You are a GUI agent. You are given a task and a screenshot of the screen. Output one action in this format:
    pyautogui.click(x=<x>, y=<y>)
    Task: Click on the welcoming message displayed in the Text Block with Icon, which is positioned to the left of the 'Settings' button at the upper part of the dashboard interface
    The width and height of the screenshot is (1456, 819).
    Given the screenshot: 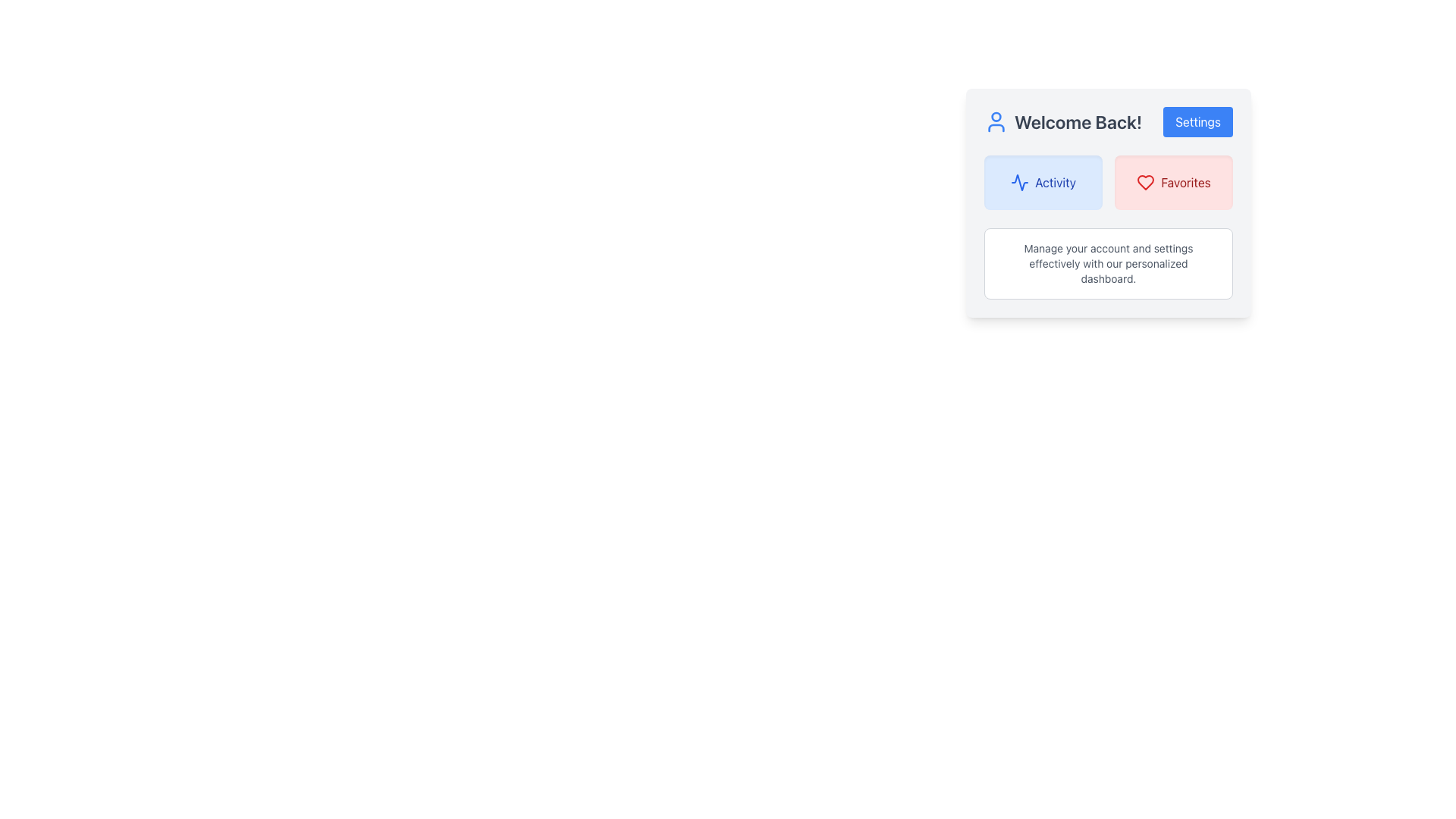 What is the action you would take?
    pyautogui.click(x=1062, y=121)
    